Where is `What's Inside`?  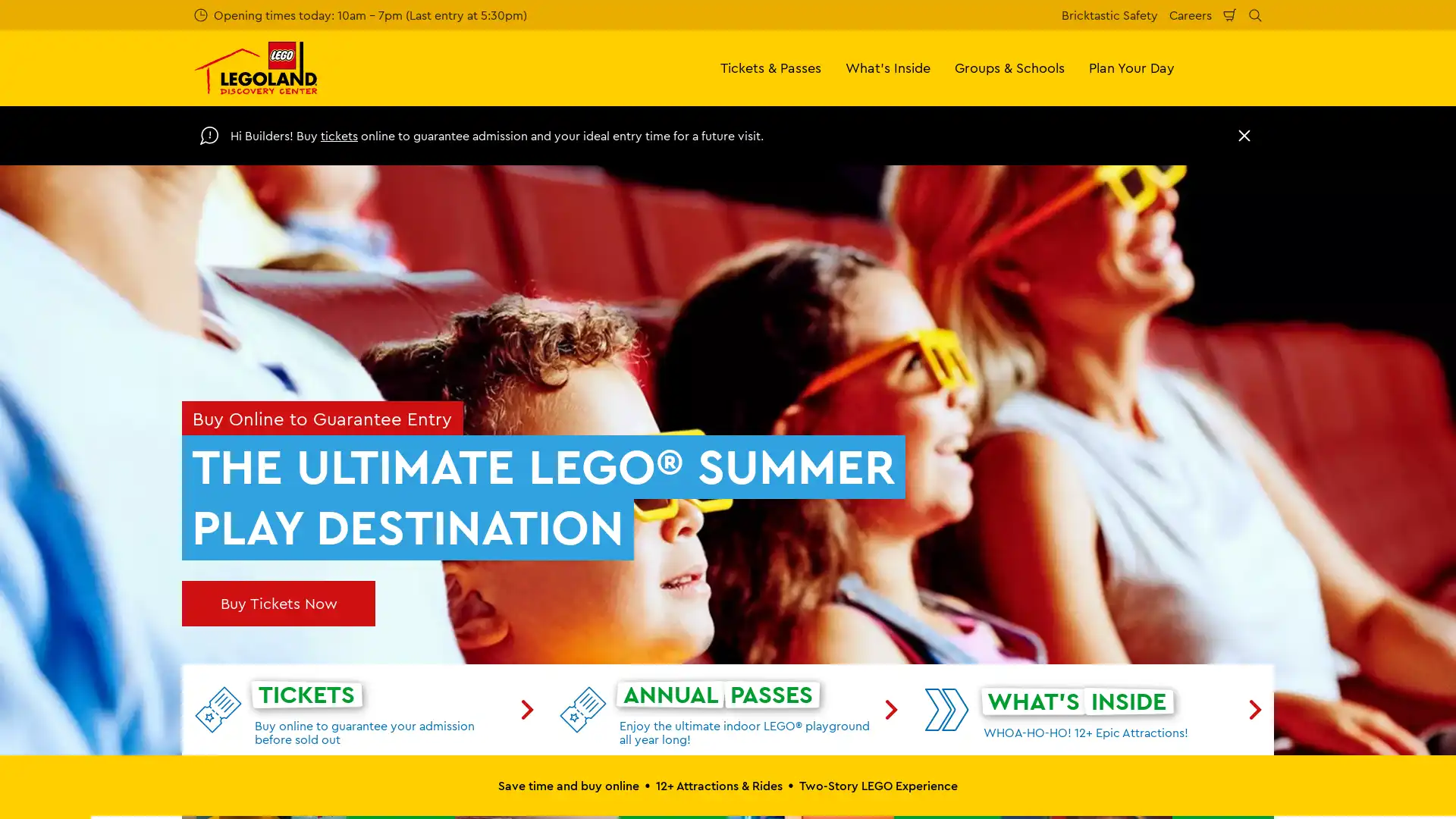
What's Inside is located at coordinates (888, 67).